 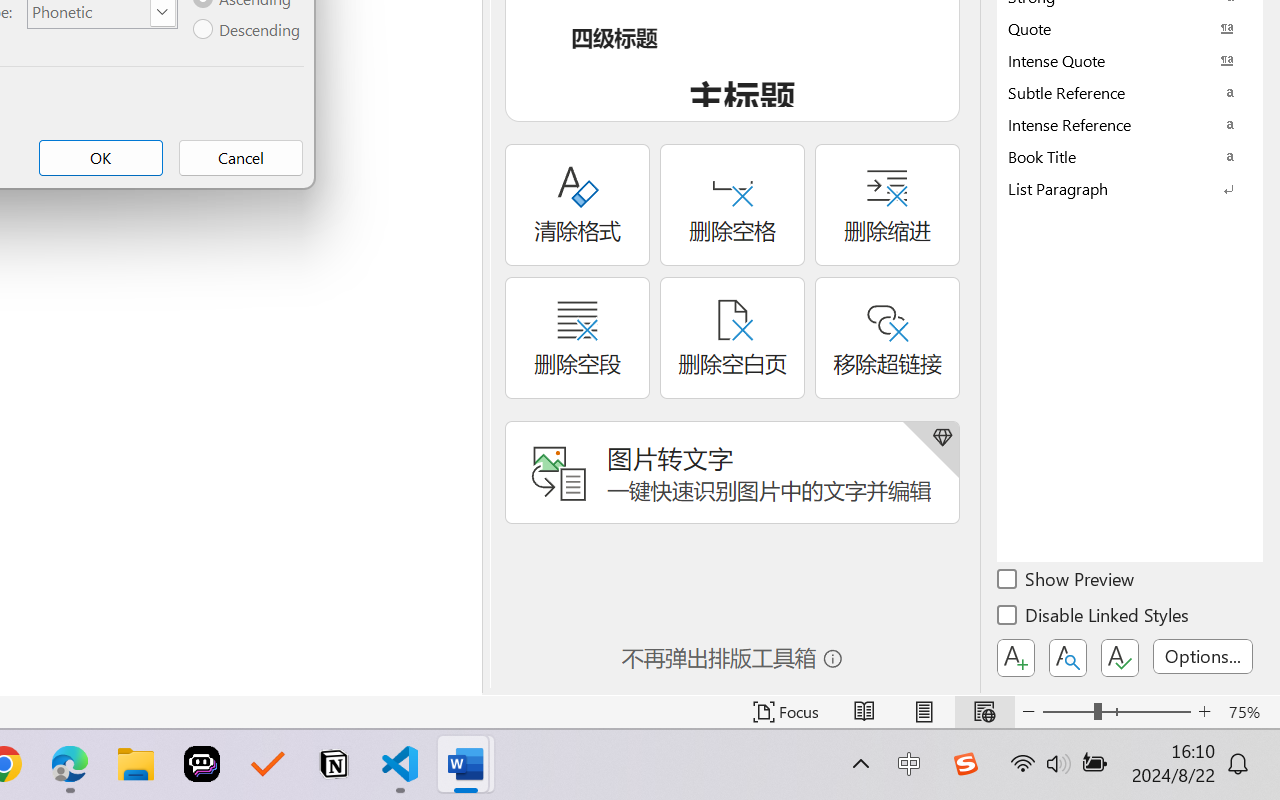 What do you see at coordinates (1094, 618) in the screenshot?
I see `'Disable Linked Styles'` at bounding box center [1094, 618].